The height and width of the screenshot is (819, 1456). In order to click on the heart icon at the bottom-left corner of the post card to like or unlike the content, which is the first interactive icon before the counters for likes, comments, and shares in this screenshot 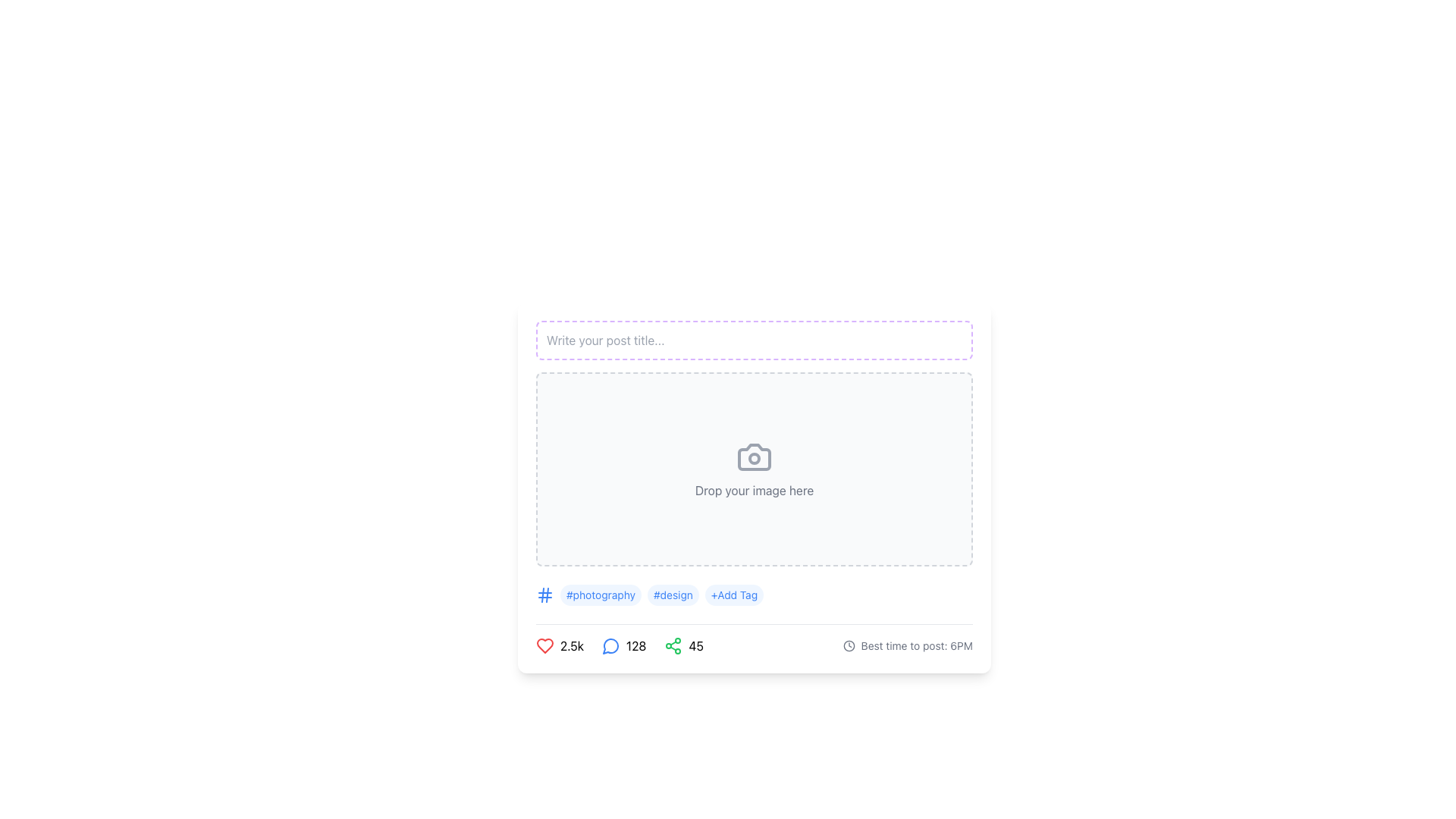, I will do `click(545, 646)`.